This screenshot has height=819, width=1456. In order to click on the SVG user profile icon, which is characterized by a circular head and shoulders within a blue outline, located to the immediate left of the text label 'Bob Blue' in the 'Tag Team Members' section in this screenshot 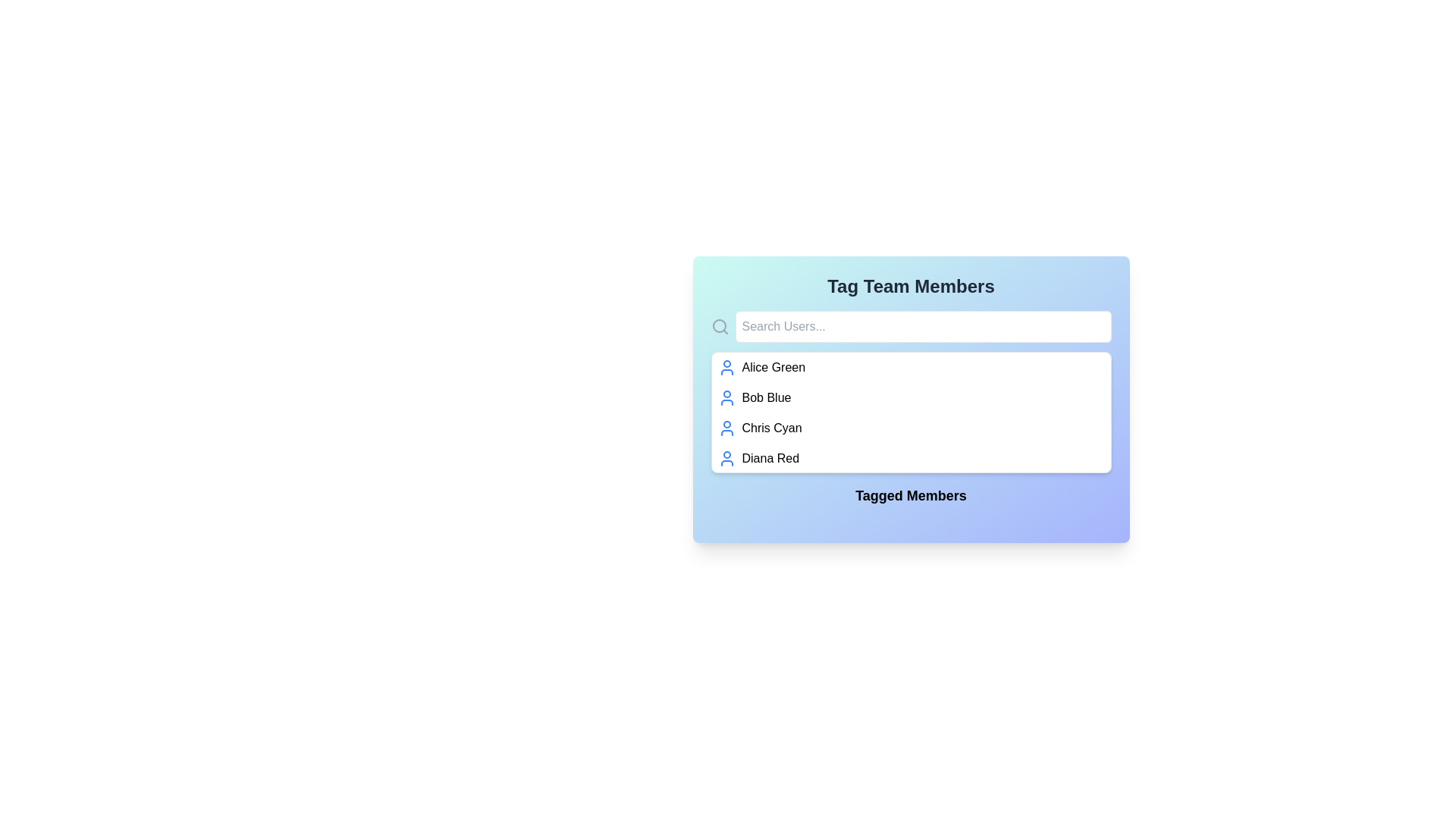, I will do `click(726, 397)`.